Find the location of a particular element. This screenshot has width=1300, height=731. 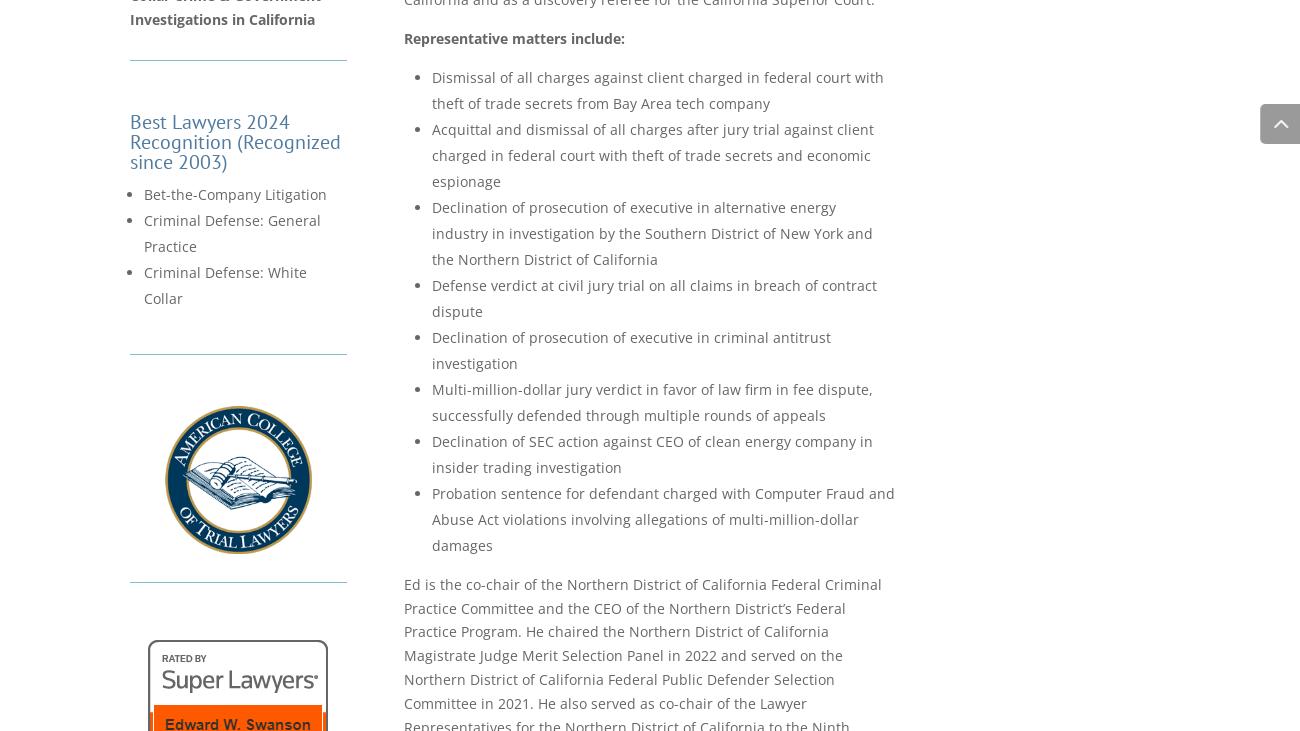

'Declination of prosecution of executive in criminal antitrust investigation' is located at coordinates (631, 348).